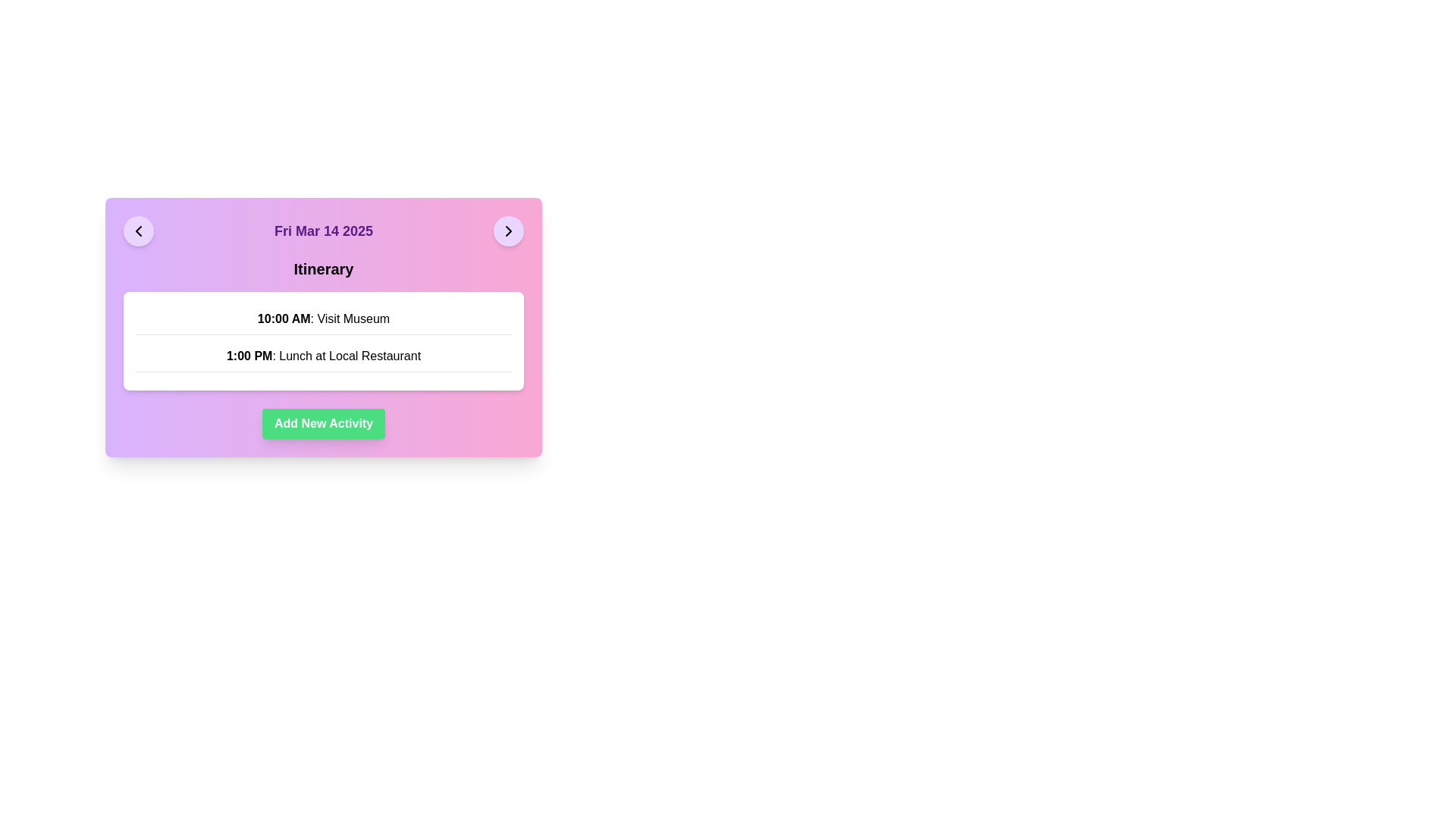  Describe the element at coordinates (323, 231) in the screenshot. I see `the Text Display element that shows the current date, centrally aligned at the top section of the card layout` at that location.